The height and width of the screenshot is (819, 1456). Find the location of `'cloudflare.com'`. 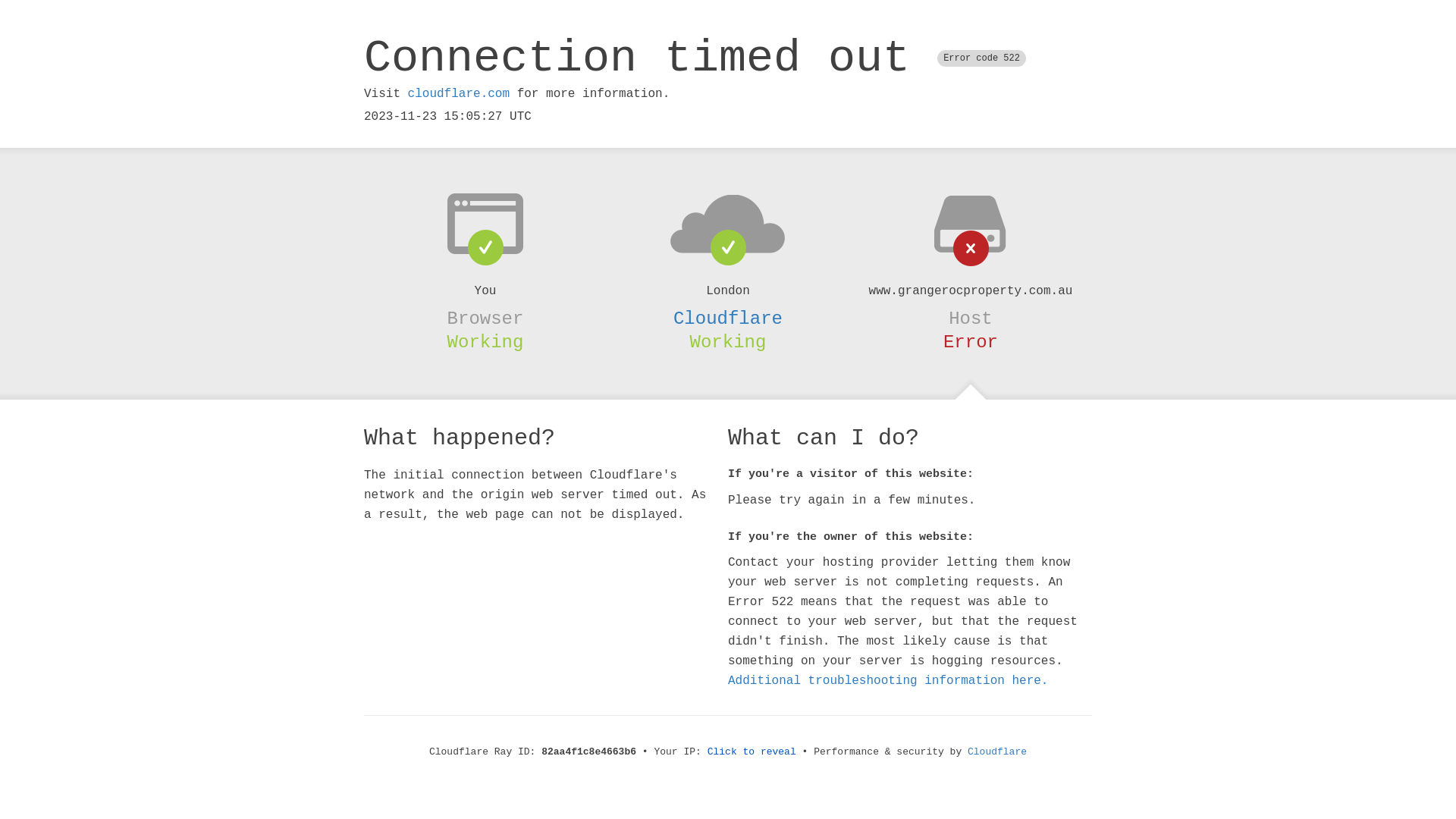

'cloudflare.com' is located at coordinates (457, 93).